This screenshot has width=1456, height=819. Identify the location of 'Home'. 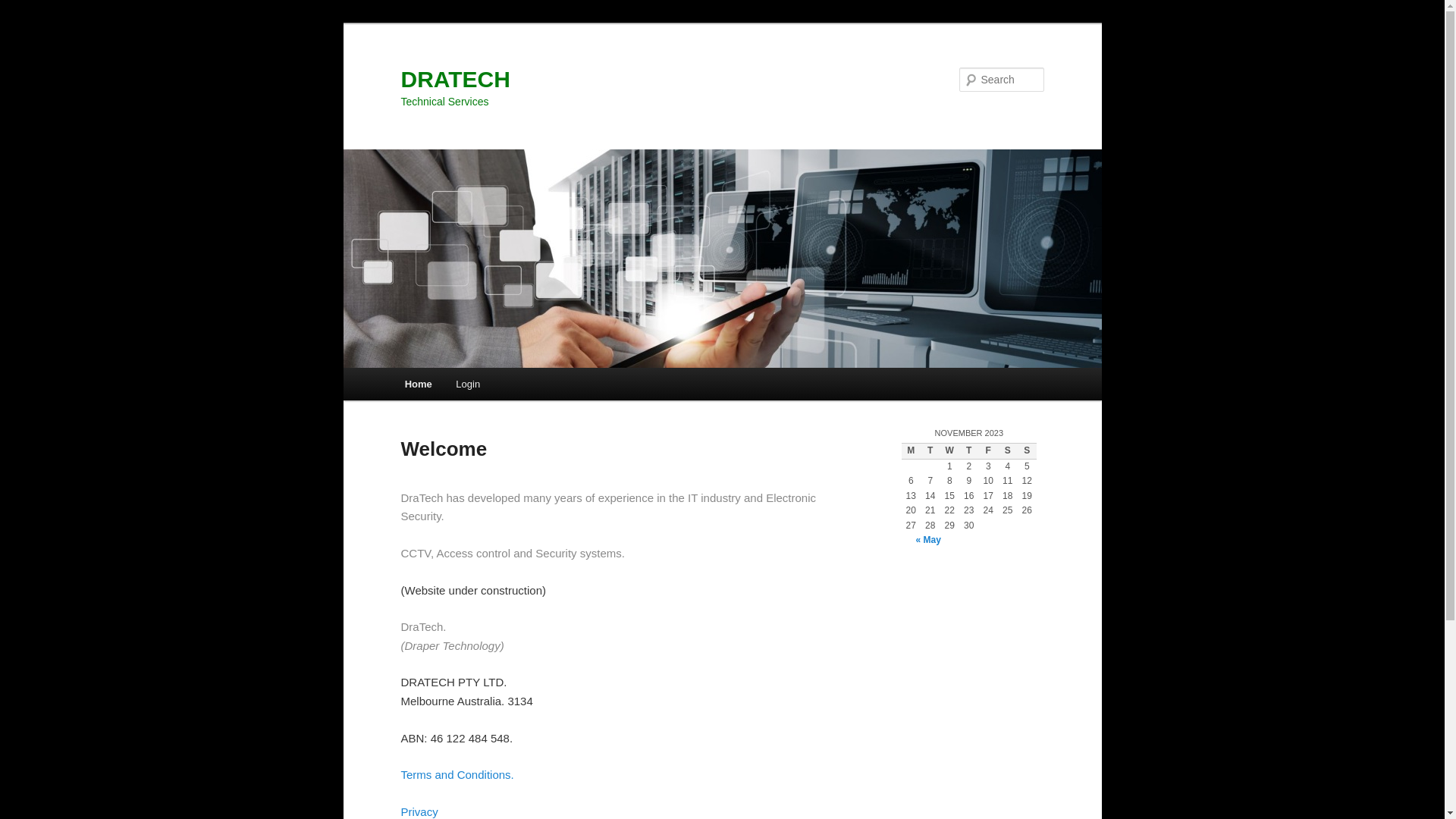
(419, 383).